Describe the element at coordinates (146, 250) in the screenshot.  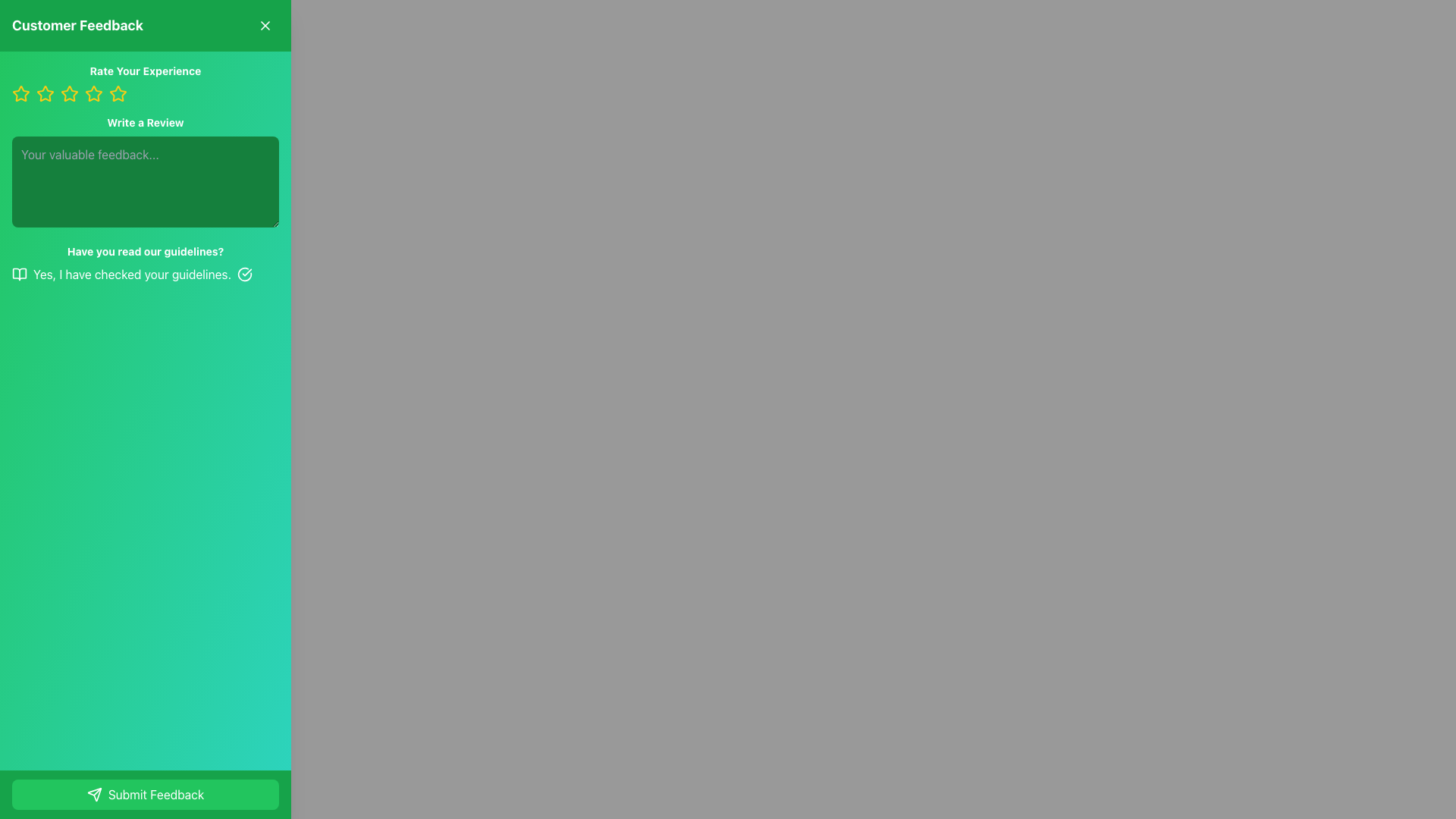
I see `the Text Label positioned beneath the 'Write a Review' input box, which prompts users to consider reviewing the provided guidelines` at that location.